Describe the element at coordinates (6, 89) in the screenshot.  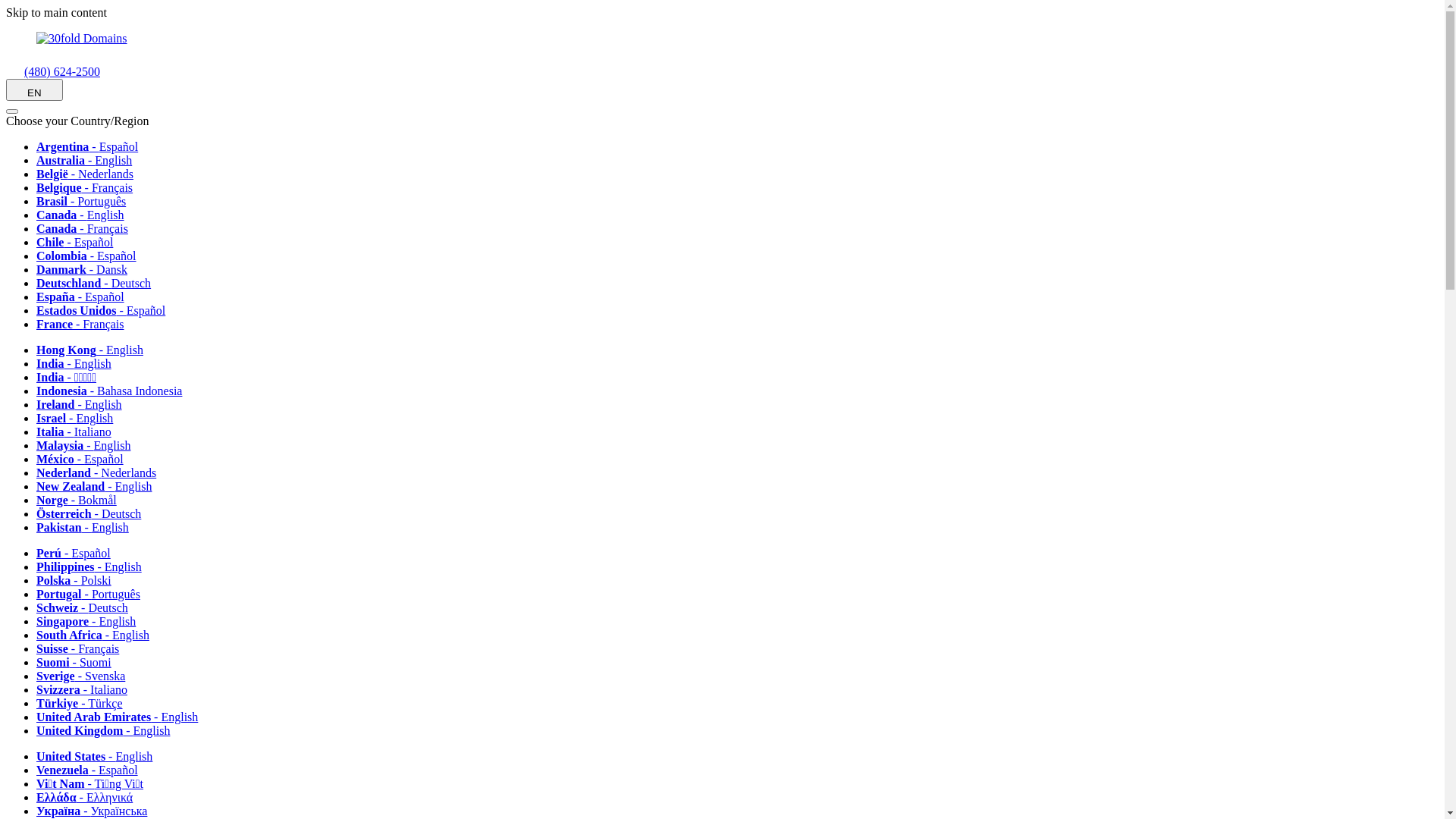
I see `'EN'` at that location.